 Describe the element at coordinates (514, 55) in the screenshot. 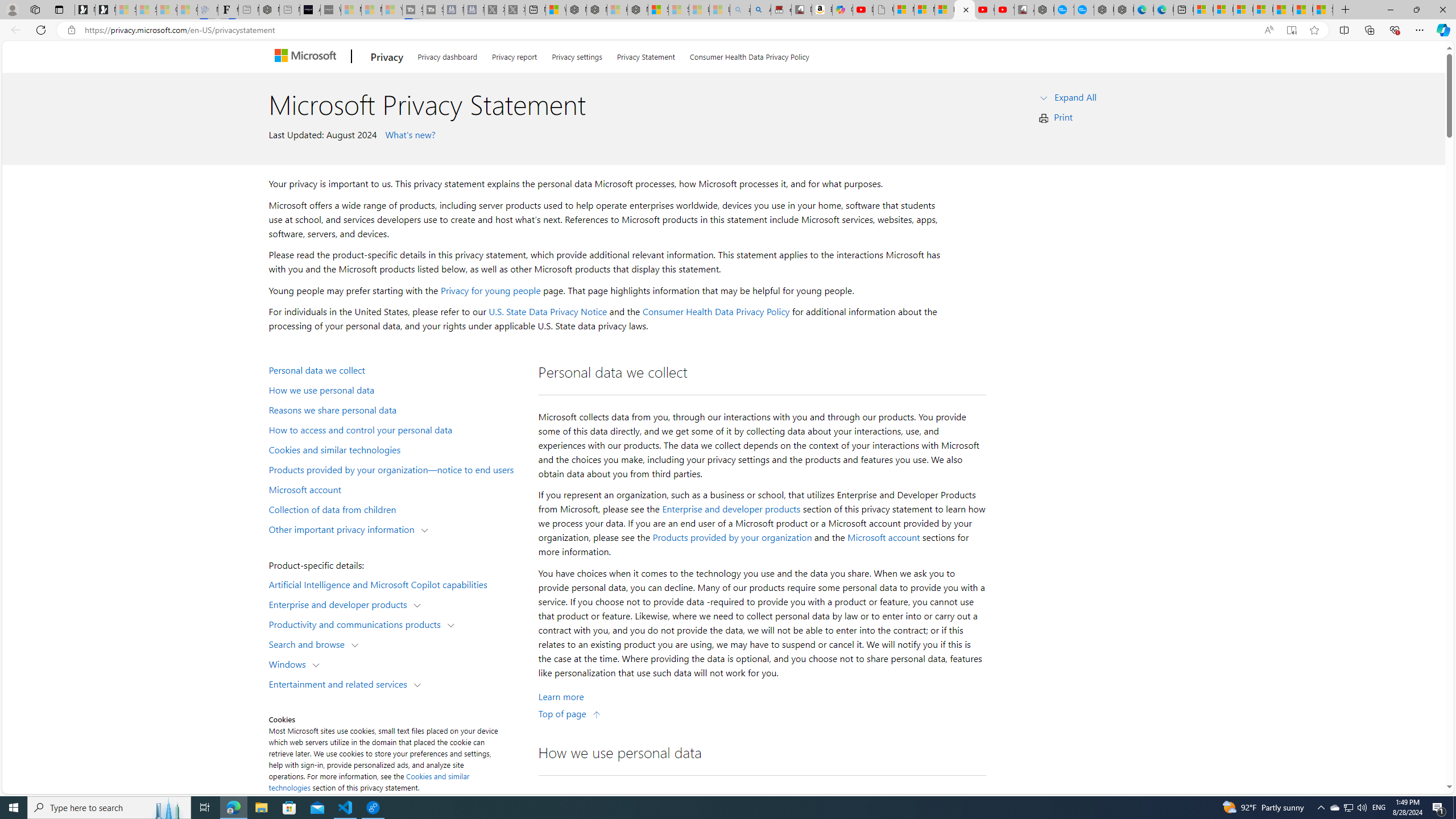

I see `'Privacy report'` at that location.